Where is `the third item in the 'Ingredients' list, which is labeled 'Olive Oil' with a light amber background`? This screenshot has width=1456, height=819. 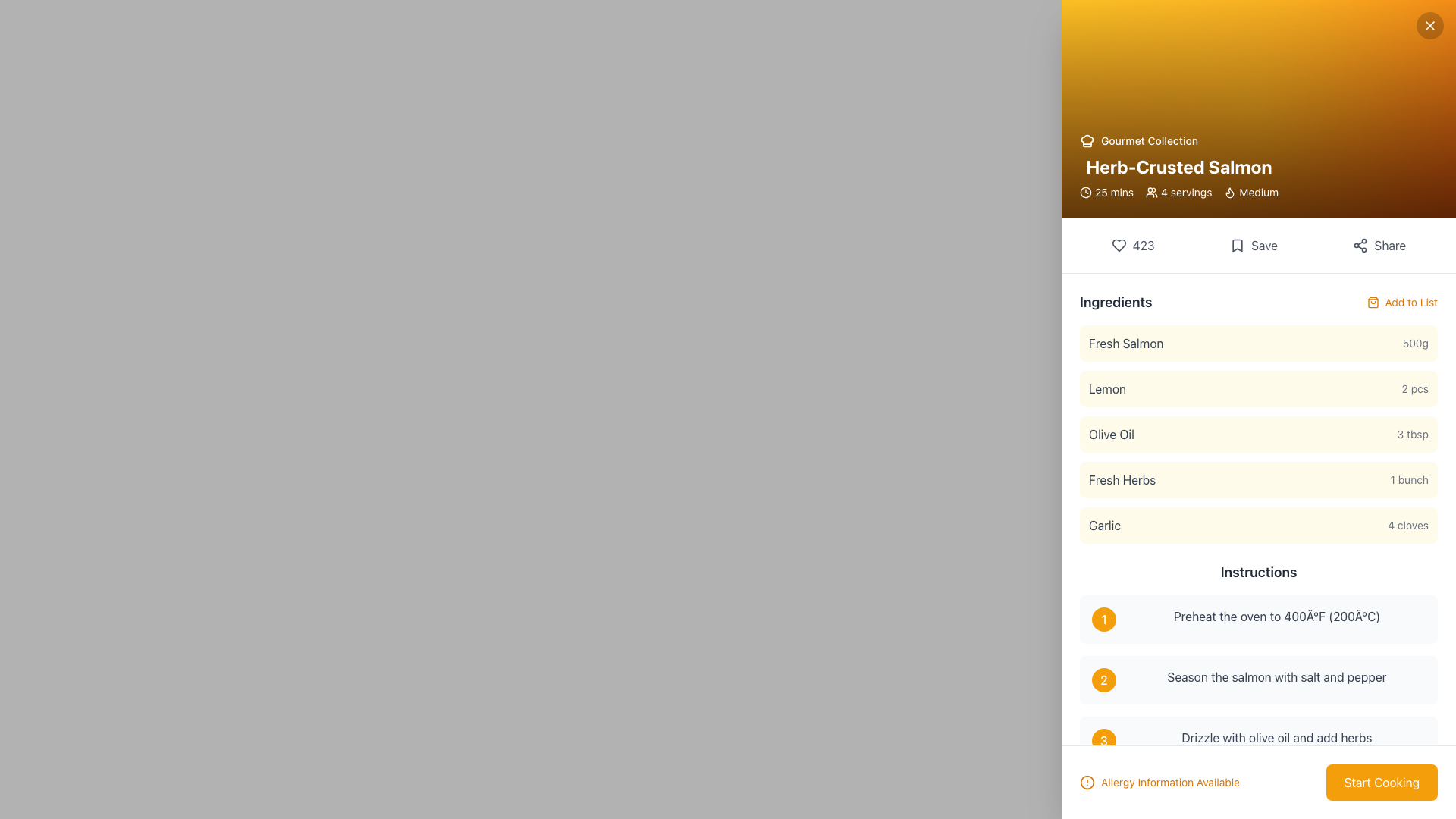
the third item in the 'Ingredients' list, which is labeled 'Olive Oil' with a light amber background is located at coordinates (1259, 435).